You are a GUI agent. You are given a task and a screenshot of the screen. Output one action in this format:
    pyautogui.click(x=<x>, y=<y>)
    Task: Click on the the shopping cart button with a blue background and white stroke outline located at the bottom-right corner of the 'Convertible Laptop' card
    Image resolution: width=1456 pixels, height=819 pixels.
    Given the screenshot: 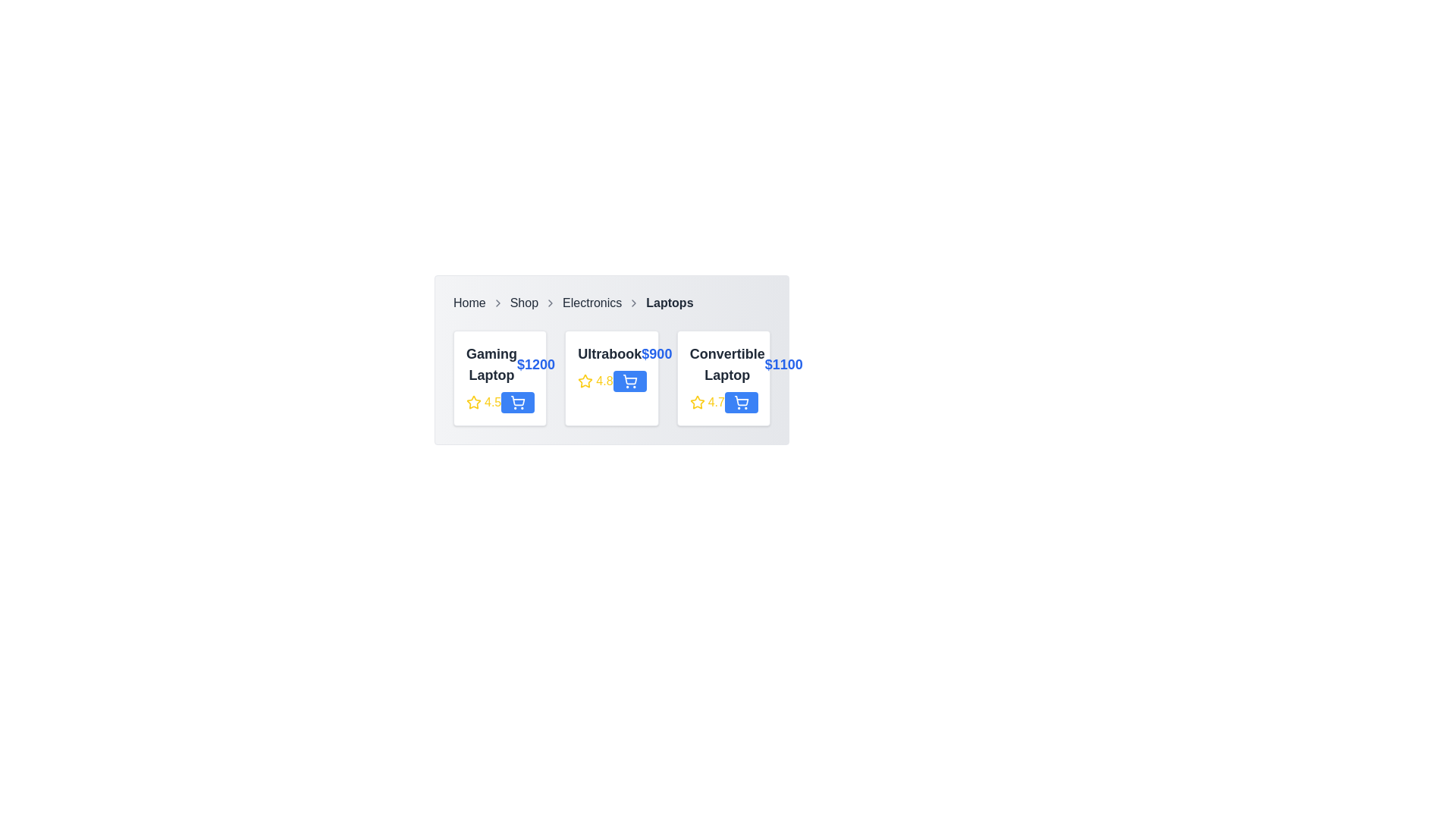 What is the action you would take?
    pyautogui.click(x=741, y=402)
    